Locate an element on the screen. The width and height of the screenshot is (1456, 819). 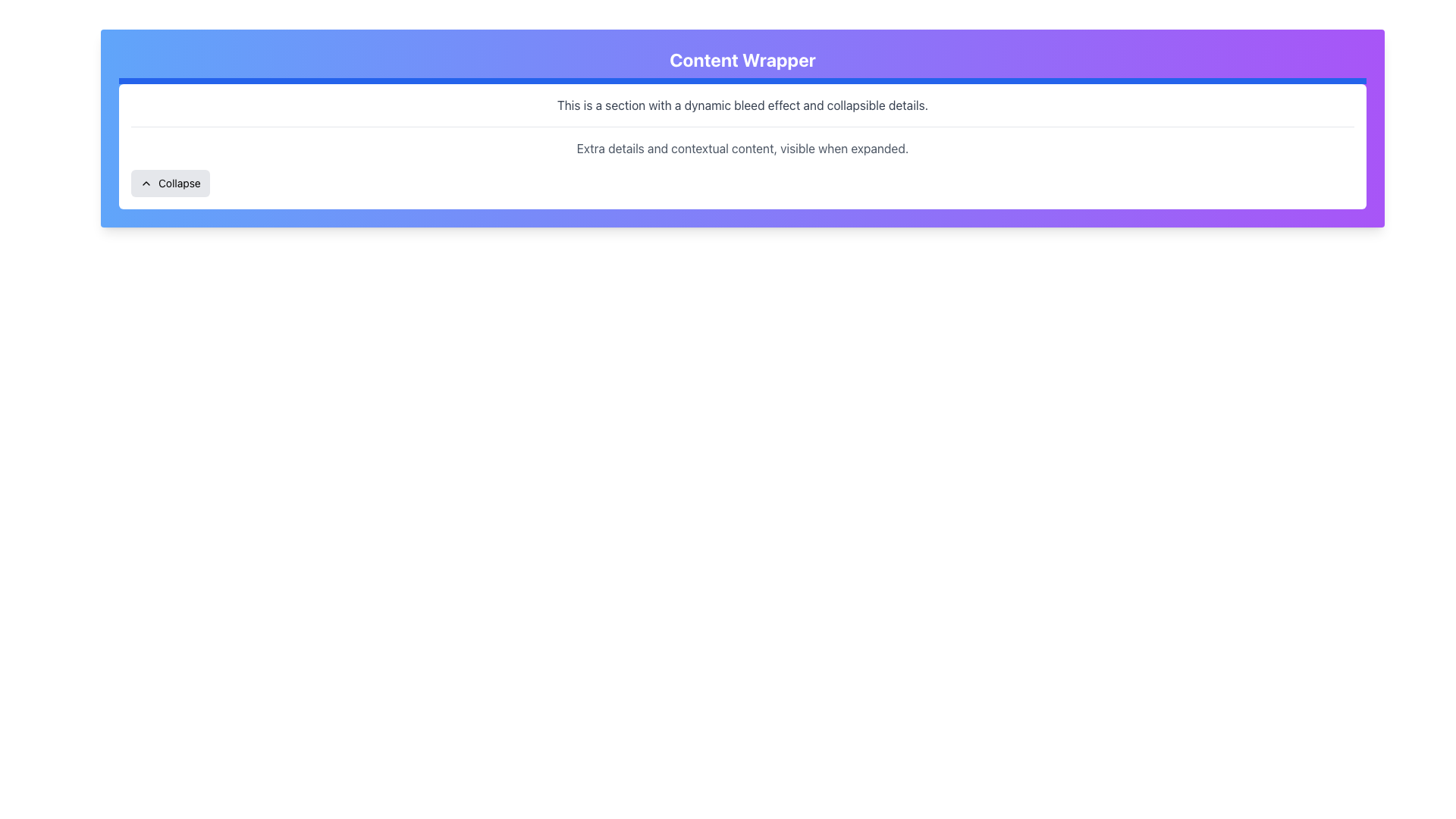
the blue decorative bar at the top edge of the collapsible section, which serves as a functional indicator is located at coordinates (742, 81).